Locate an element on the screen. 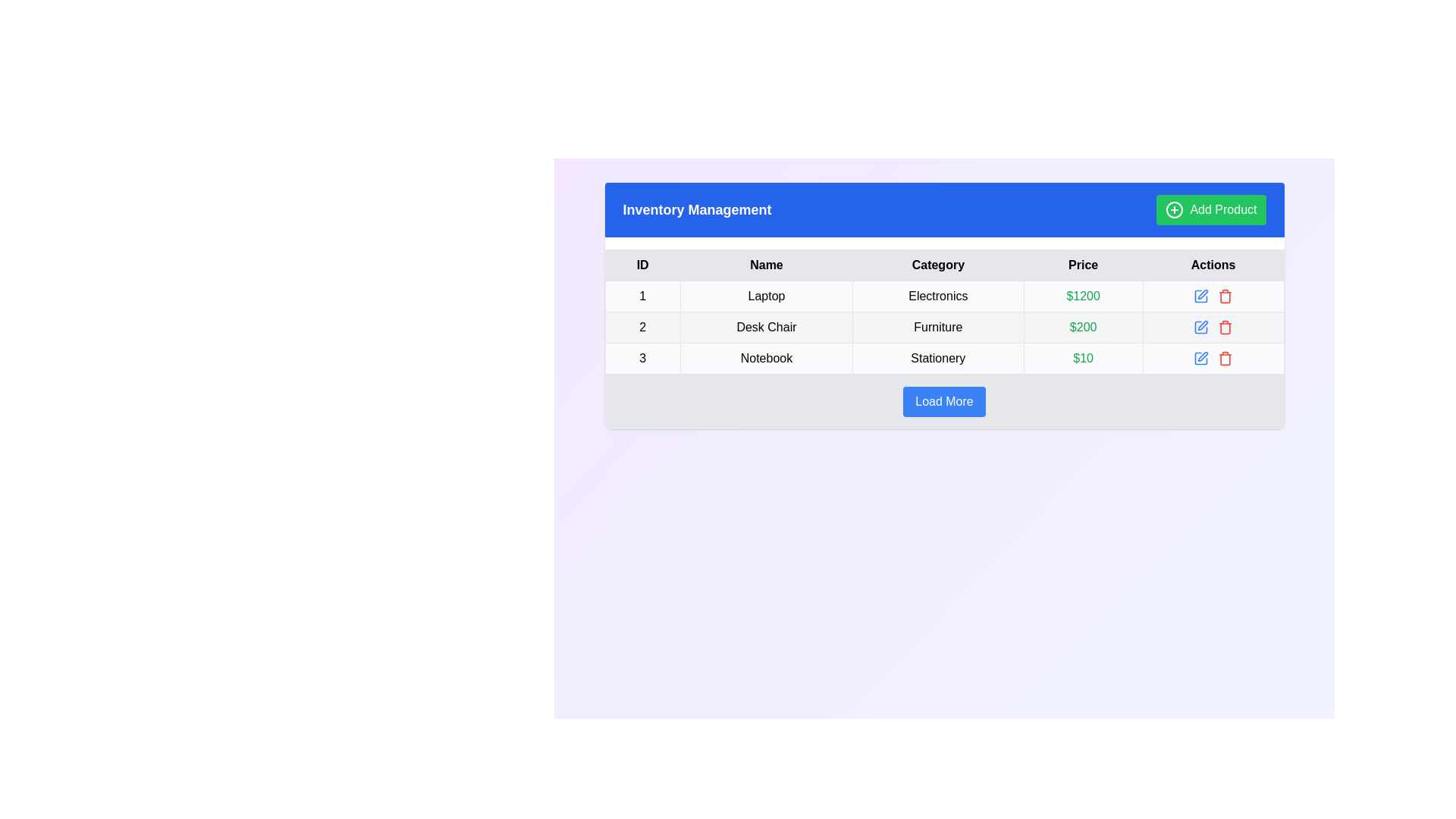 This screenshot has width=1456, height=819. the price display text label for the 'Notebook' item in the fourth column of the third row of the table is located at coordinates (1082, 359).